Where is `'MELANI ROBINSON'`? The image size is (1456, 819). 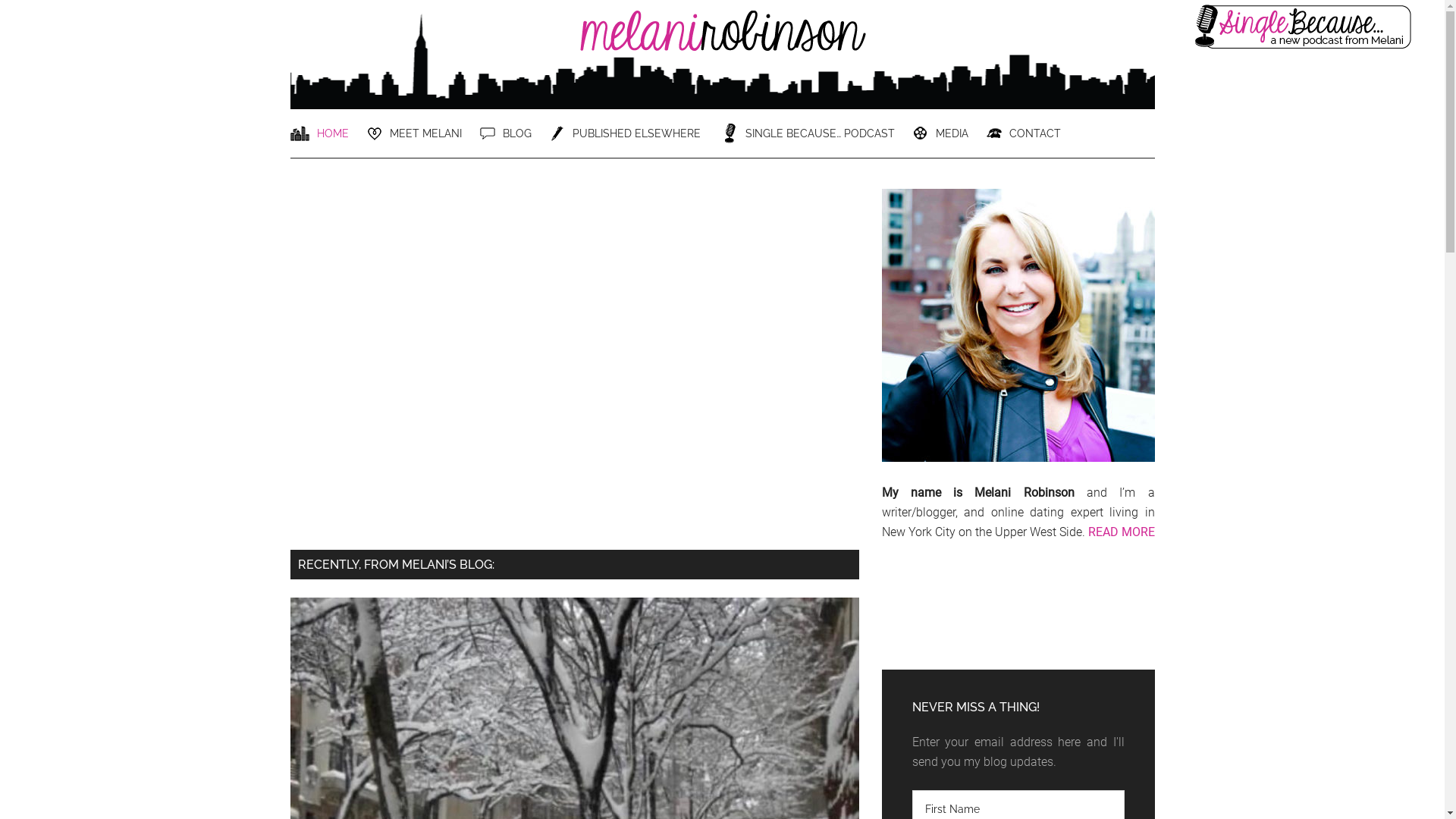 'MELANI ROBINSON' is located at coordinates (720, 43).